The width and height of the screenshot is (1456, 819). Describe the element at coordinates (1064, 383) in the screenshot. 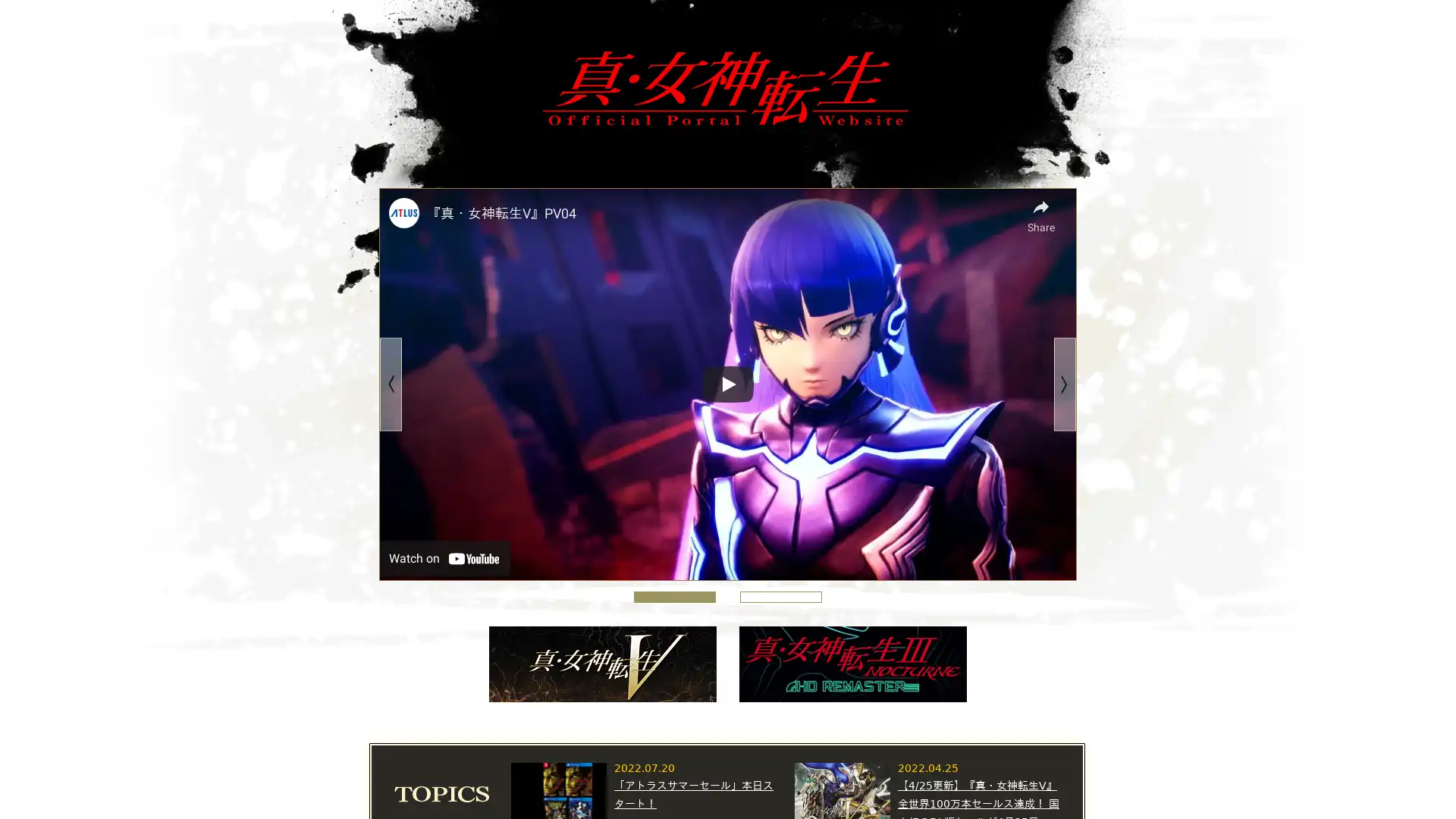

I see `Next` at that location.